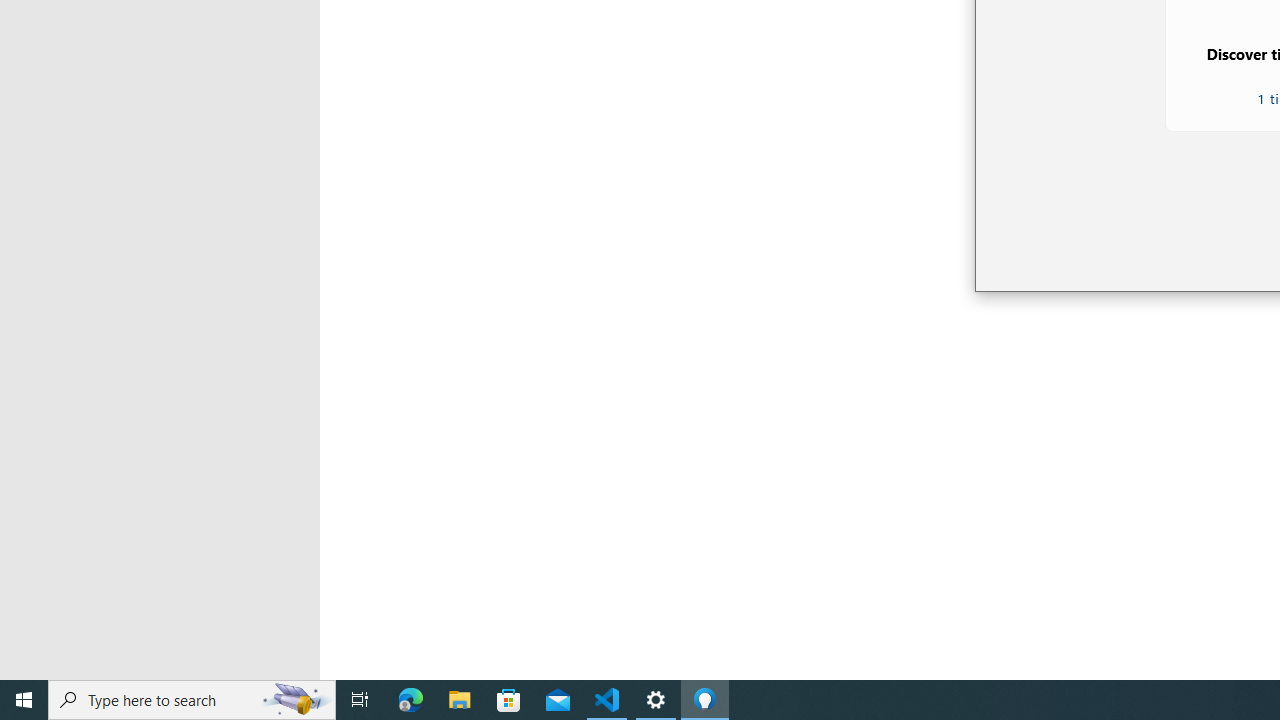 The width and height of the screenshot is (1280, 720). What do you see at coordinates (656, 698) in the screenshot?
I see `'Settings - 1 running window'` at bounding box center [656, 698].